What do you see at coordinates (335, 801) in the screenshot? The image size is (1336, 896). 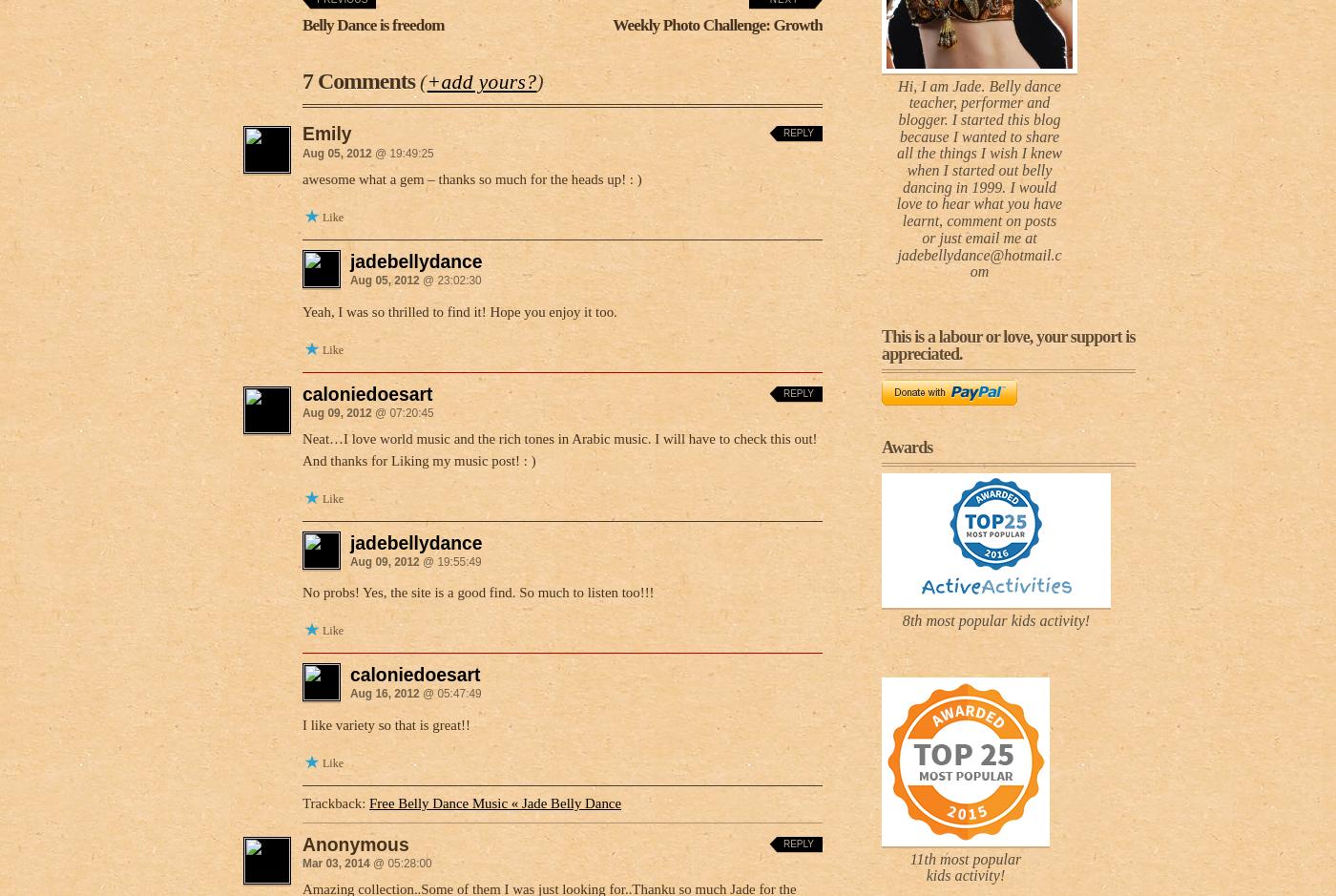 I see `'Trackback:'` at bounding box center [335, 801].